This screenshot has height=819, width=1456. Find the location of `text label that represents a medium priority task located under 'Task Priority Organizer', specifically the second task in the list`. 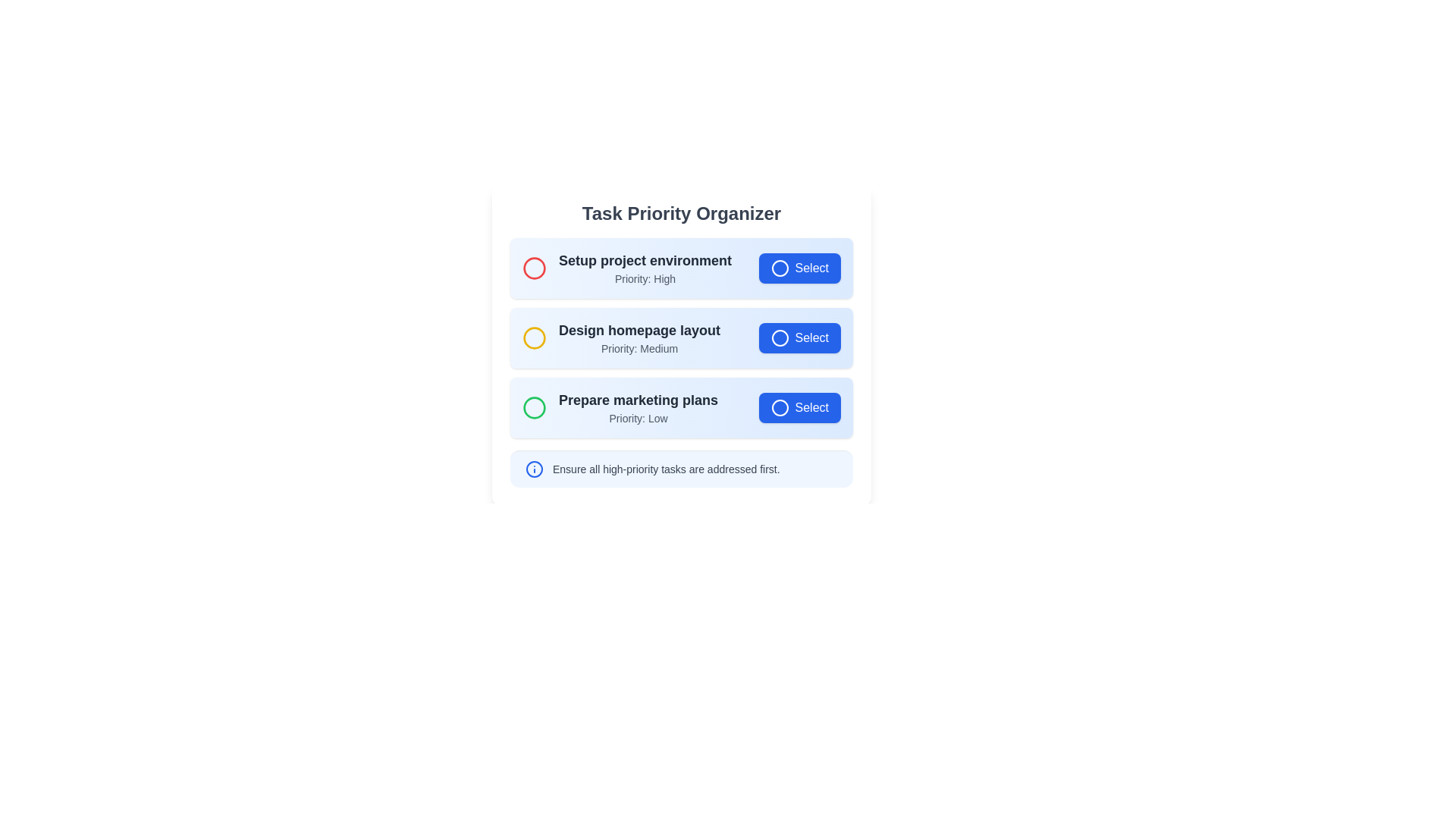

text label that represents a medium priority task located under 'Task Priority Organizer', specifically the second task in the list is located at coordinates (639, 337).